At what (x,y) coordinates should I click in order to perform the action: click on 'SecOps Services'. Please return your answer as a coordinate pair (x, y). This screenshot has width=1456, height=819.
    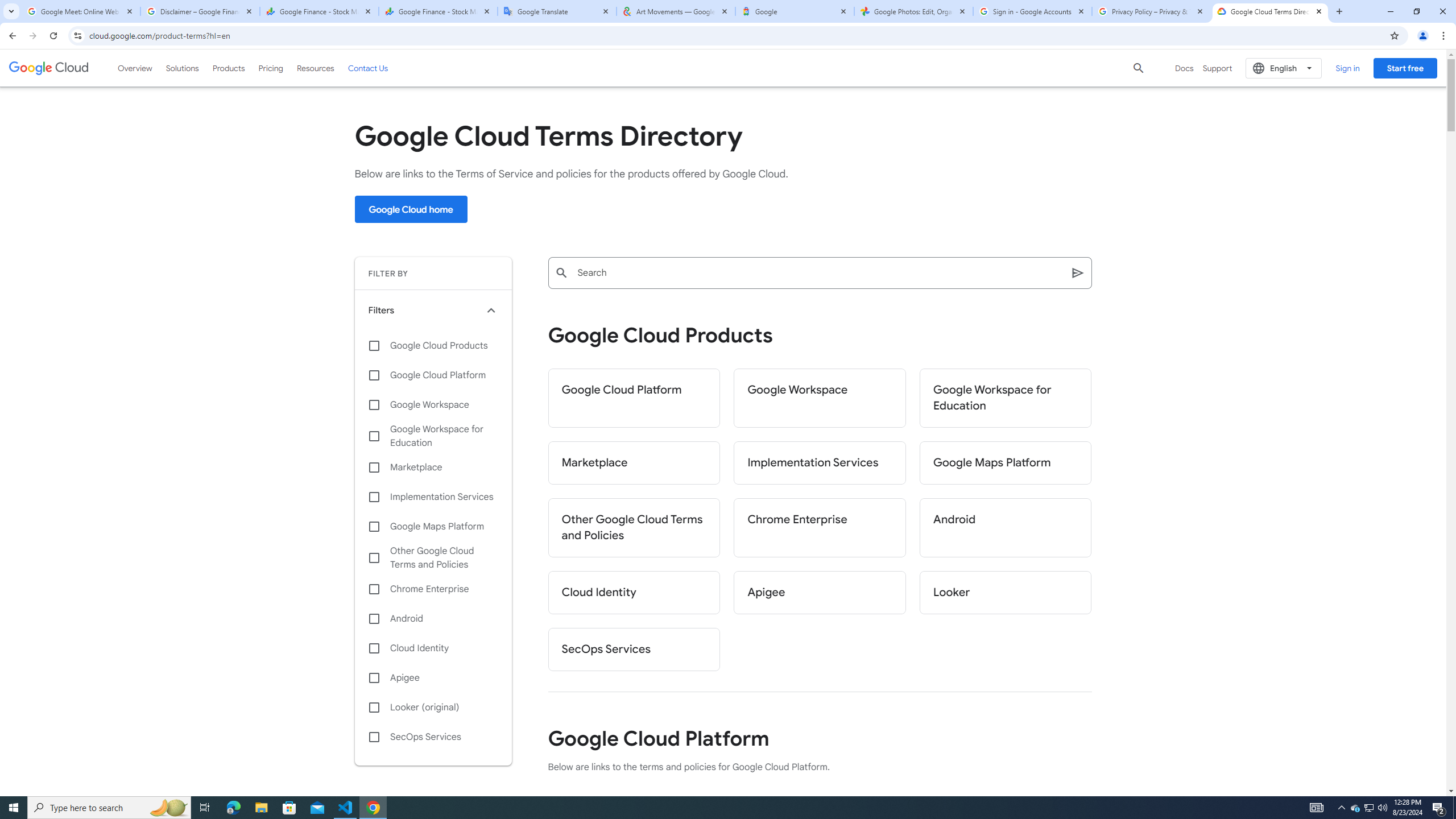
    Looking at the image, I should click on (433, 737).